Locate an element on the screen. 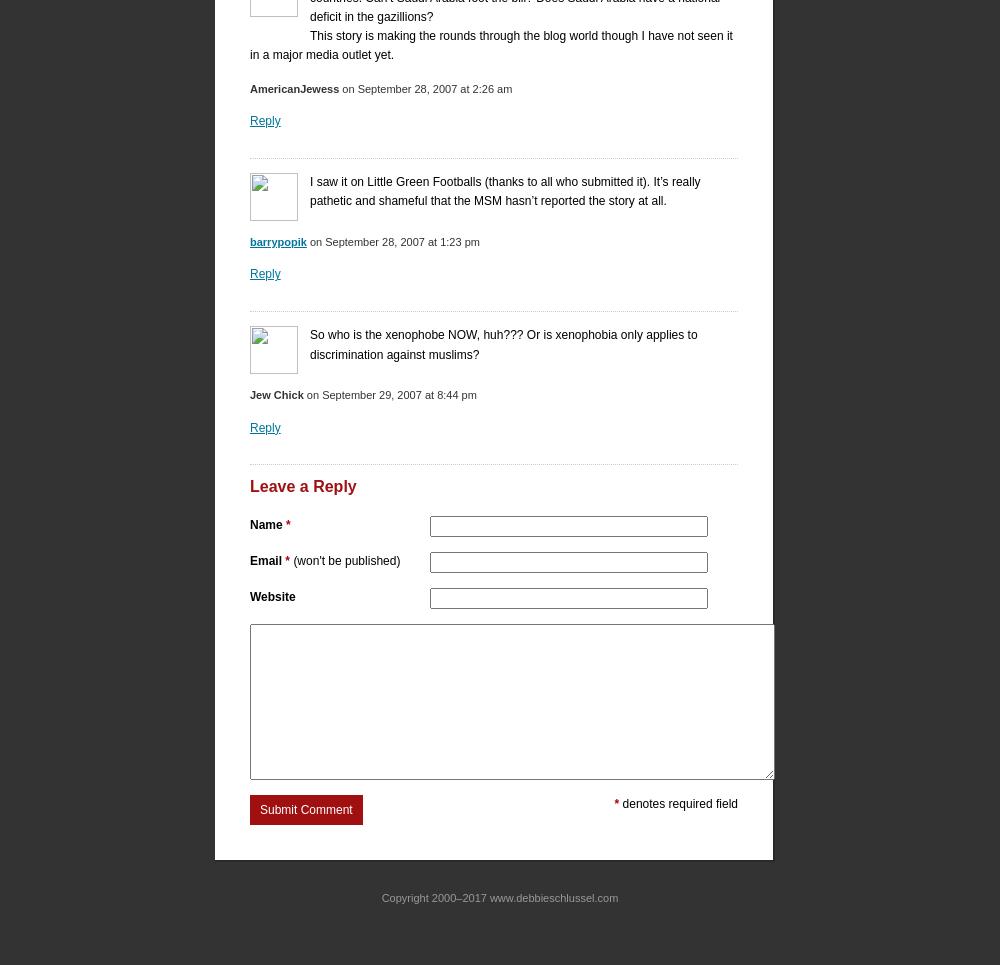  'barrypopik' is located at coordinates (278, 239).